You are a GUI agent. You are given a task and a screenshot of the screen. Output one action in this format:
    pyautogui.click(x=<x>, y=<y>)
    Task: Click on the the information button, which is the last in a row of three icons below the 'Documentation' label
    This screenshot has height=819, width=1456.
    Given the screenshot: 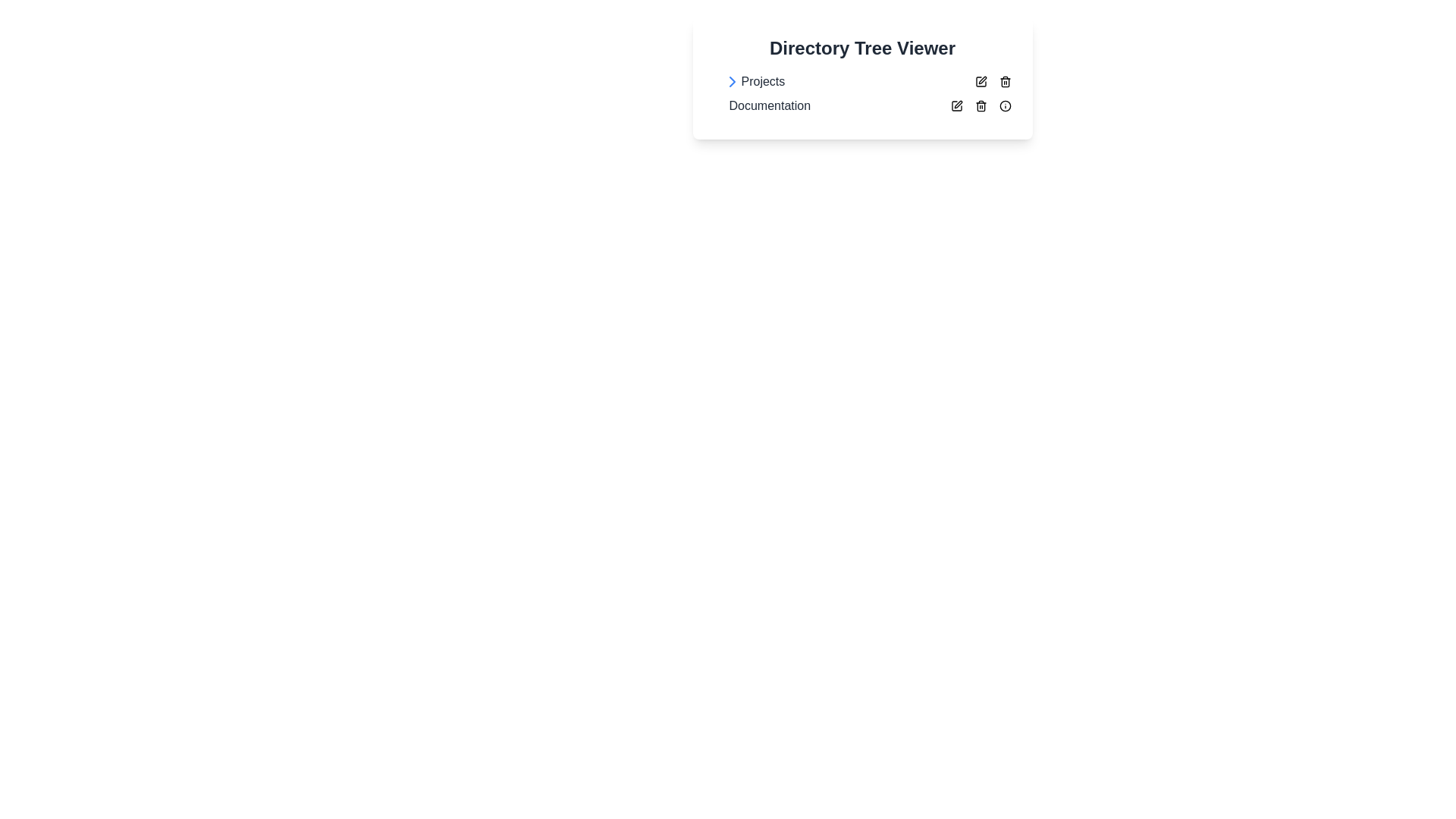 What is the action you would take?
    pyautogui.click(x=1005, y=105)
    